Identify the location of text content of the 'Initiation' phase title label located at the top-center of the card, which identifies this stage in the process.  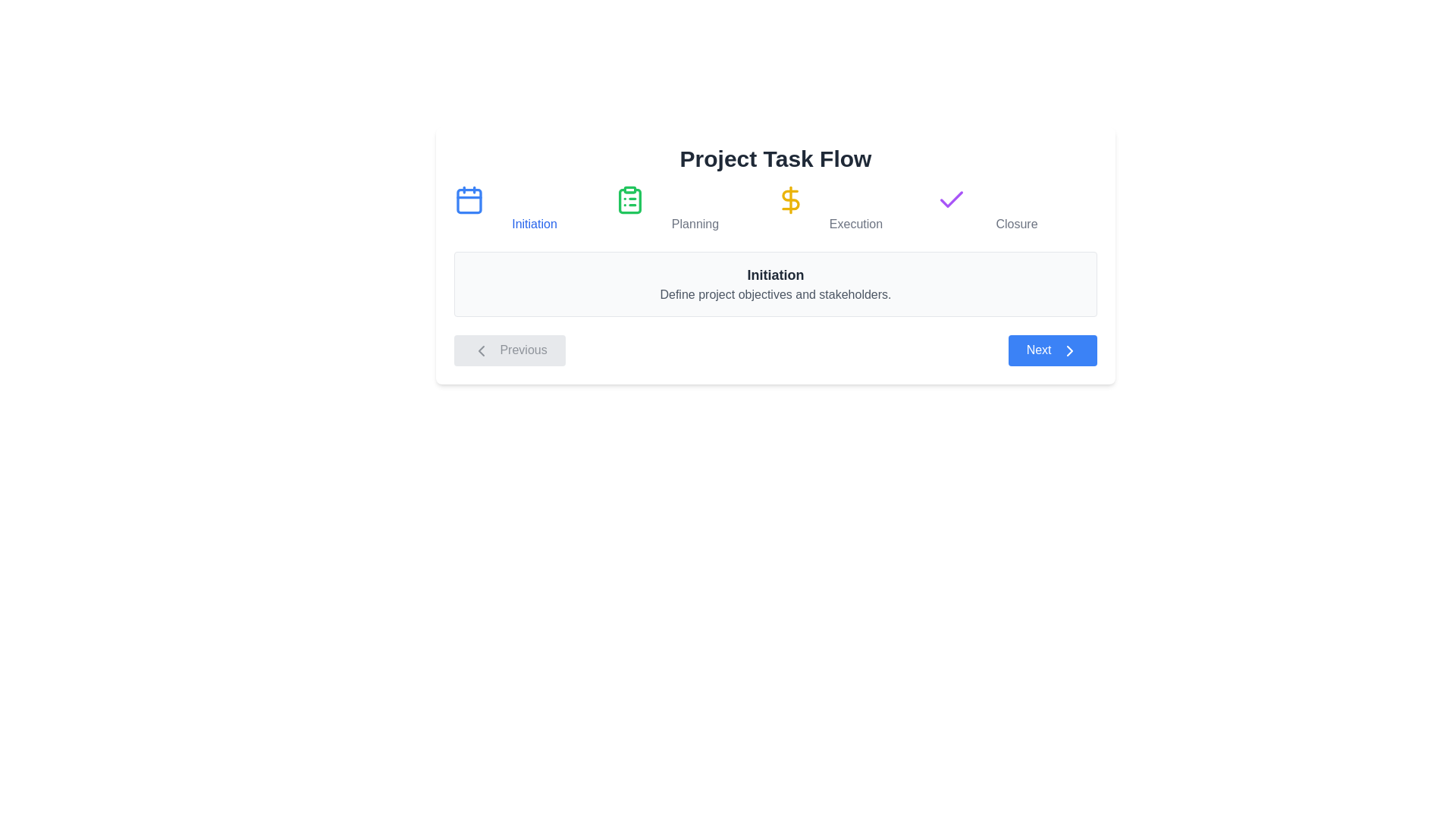
(775, 275).